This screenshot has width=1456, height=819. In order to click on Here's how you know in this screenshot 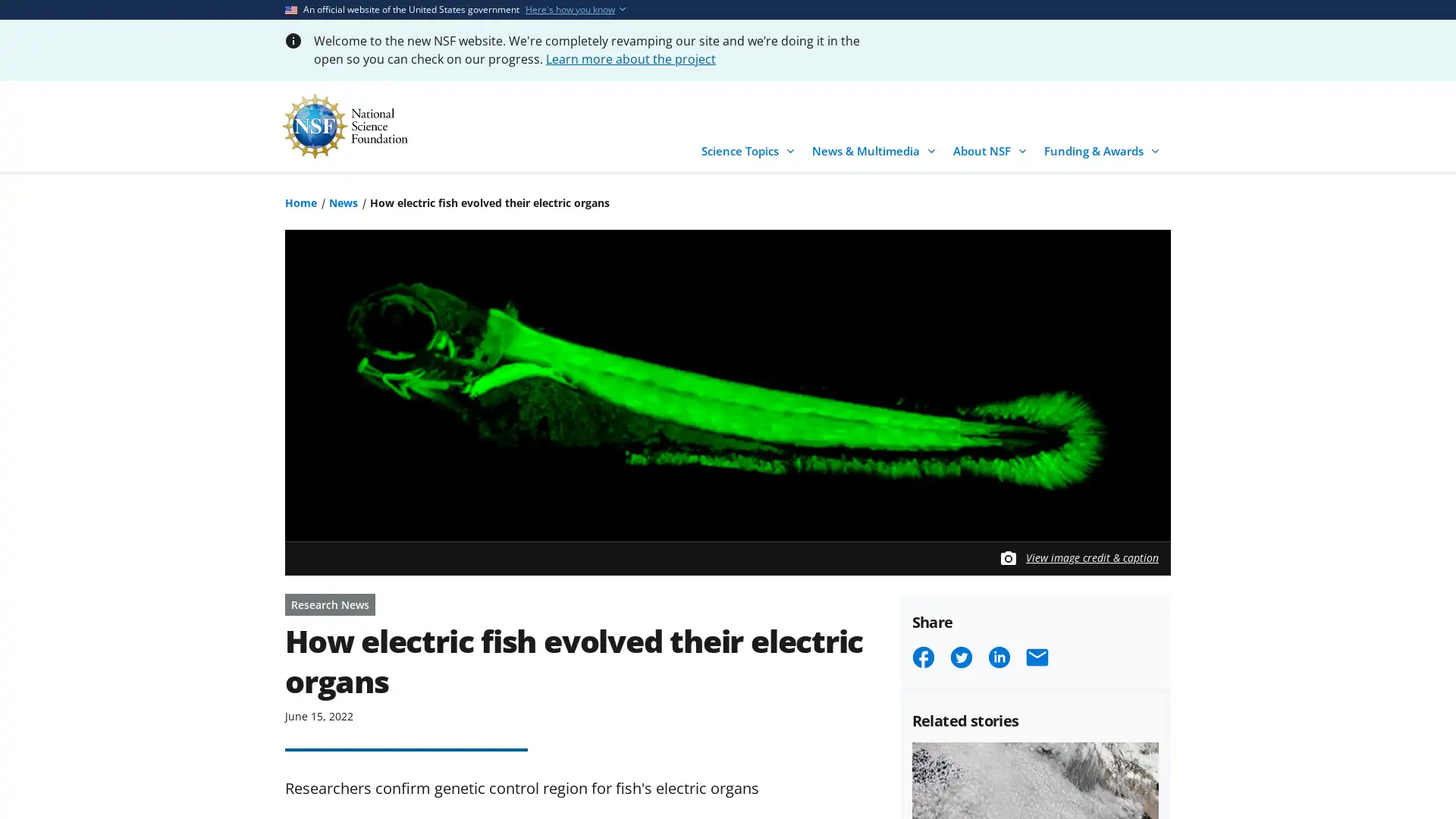, I will do `click(570, 9)`.